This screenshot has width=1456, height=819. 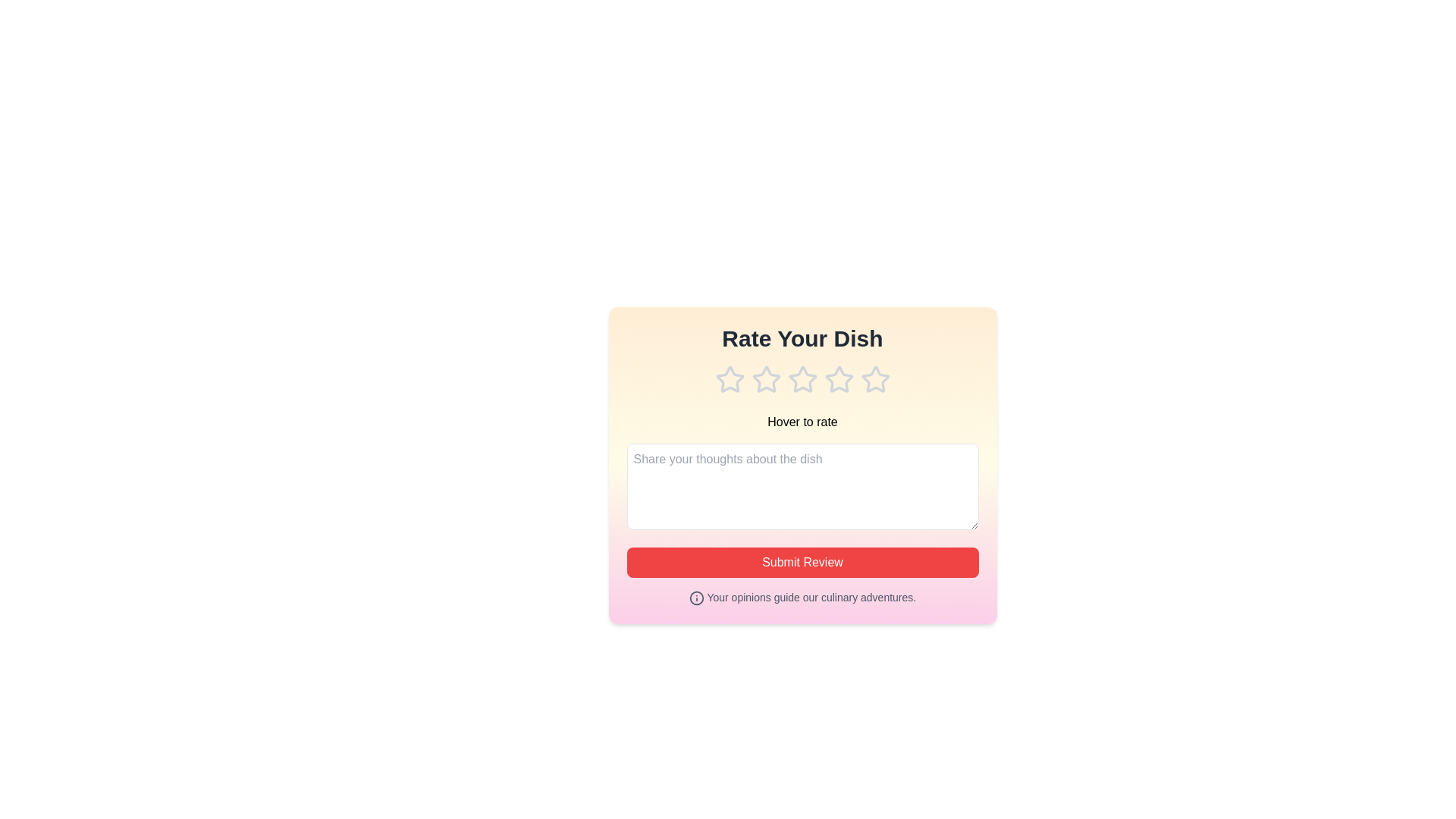 I want to click on the 'Submit Review' button to submit the feedback, so click(x=802, y=562).